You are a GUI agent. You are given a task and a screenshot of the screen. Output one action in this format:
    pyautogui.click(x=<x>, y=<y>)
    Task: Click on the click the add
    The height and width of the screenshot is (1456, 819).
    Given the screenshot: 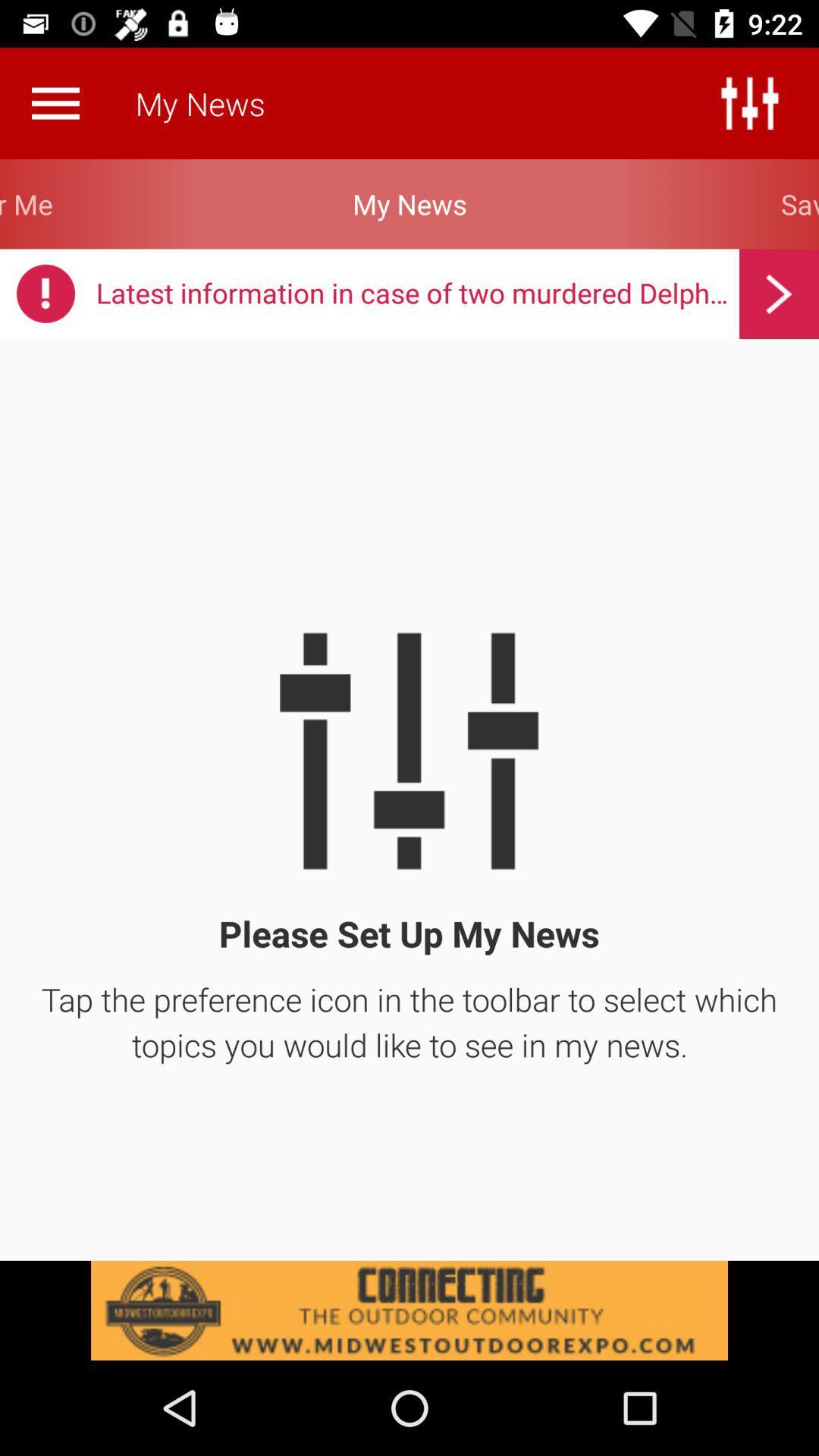 What is the action you would take?
    pyautogui.click(x=409, y=1310)
    